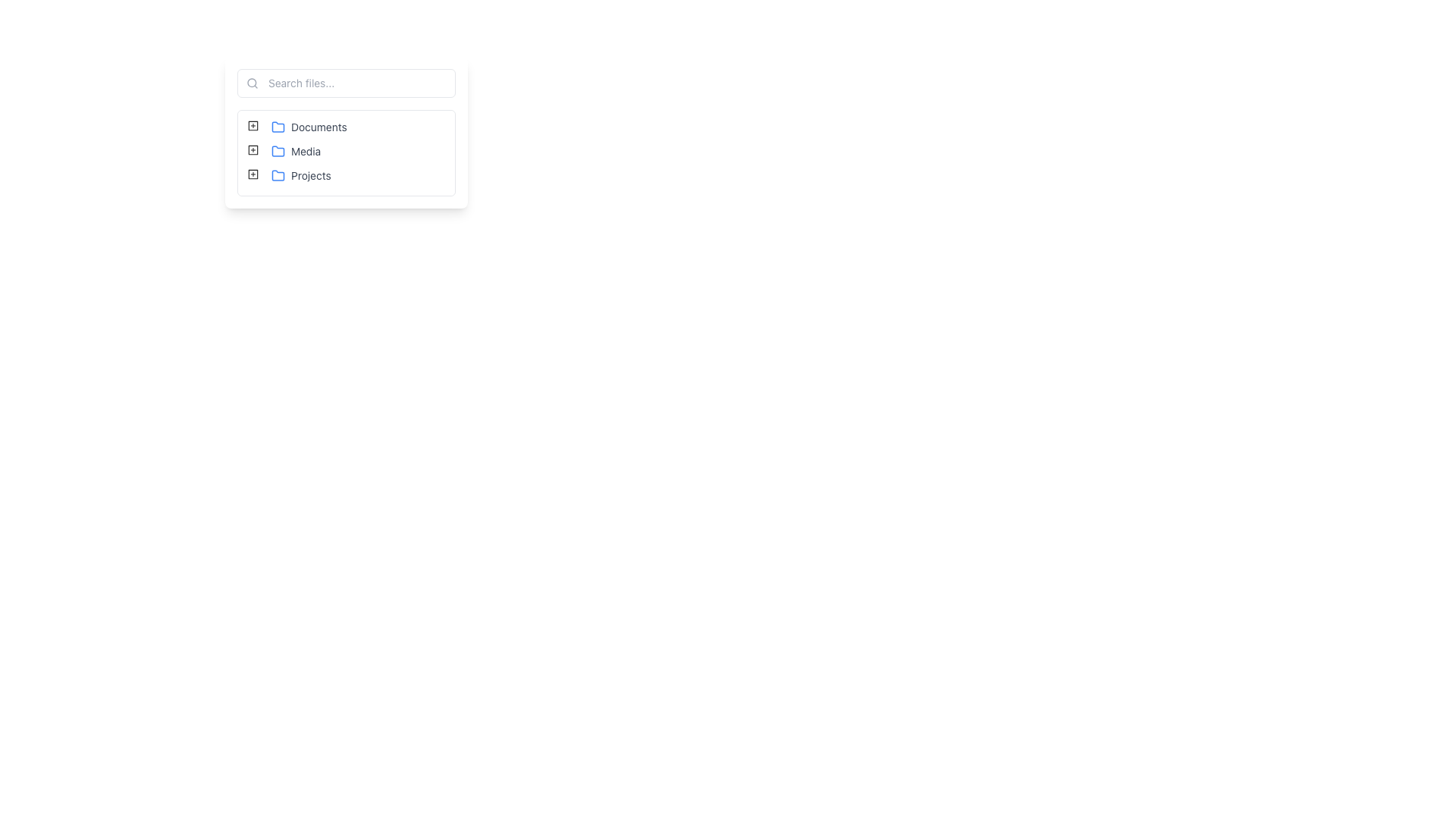  Describe the element at coordinates (252, 83) in the screenshot. I see `the magnifying glass icon within the search bar, which indicates the search function for the user` at that location.